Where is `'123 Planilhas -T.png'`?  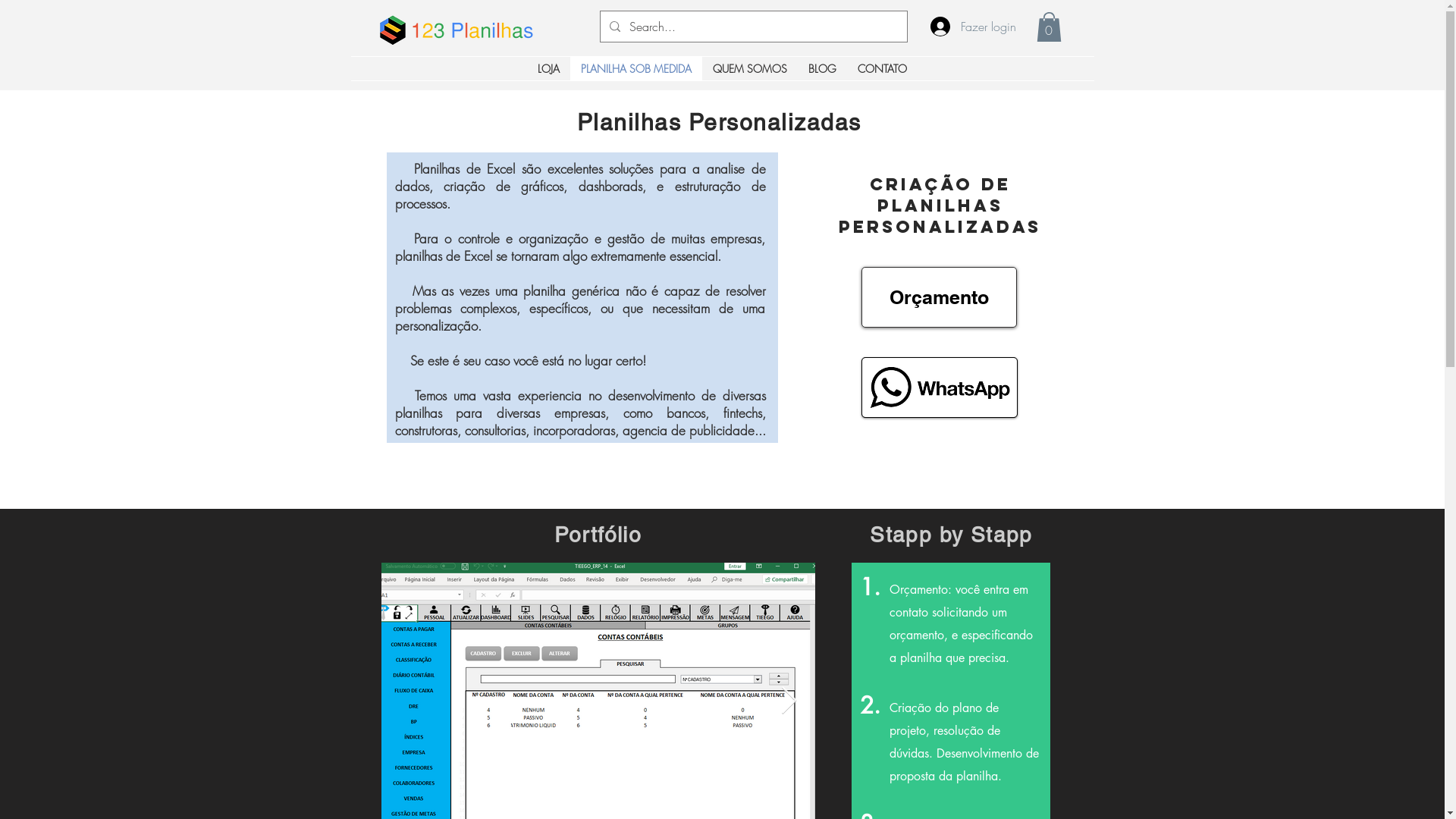
'123 Planilhas -T.png' is located at coordinates (471, 30).